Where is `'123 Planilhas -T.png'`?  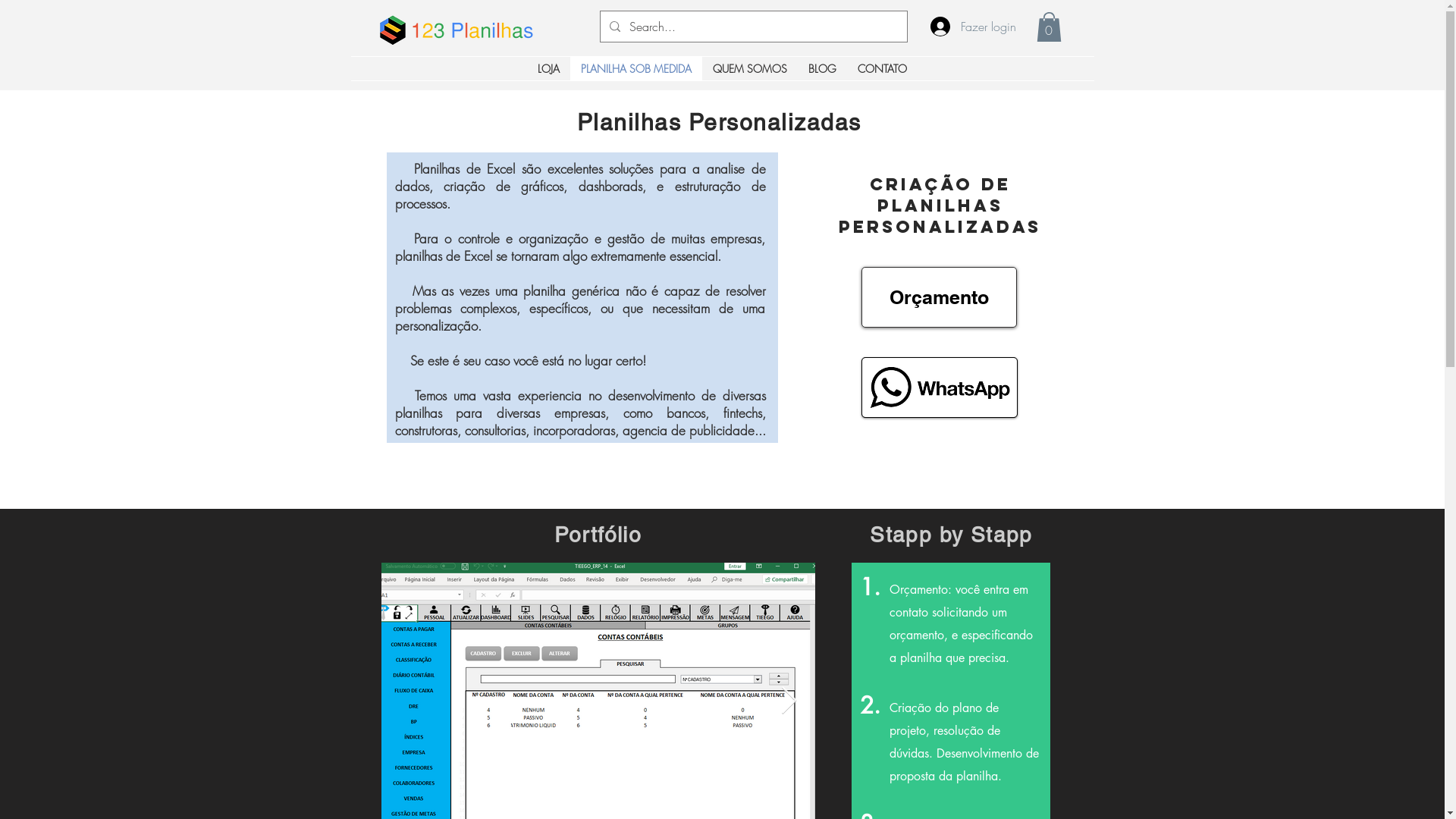
'123 Planilhas -T.png' is located at coordinates (471, 30).